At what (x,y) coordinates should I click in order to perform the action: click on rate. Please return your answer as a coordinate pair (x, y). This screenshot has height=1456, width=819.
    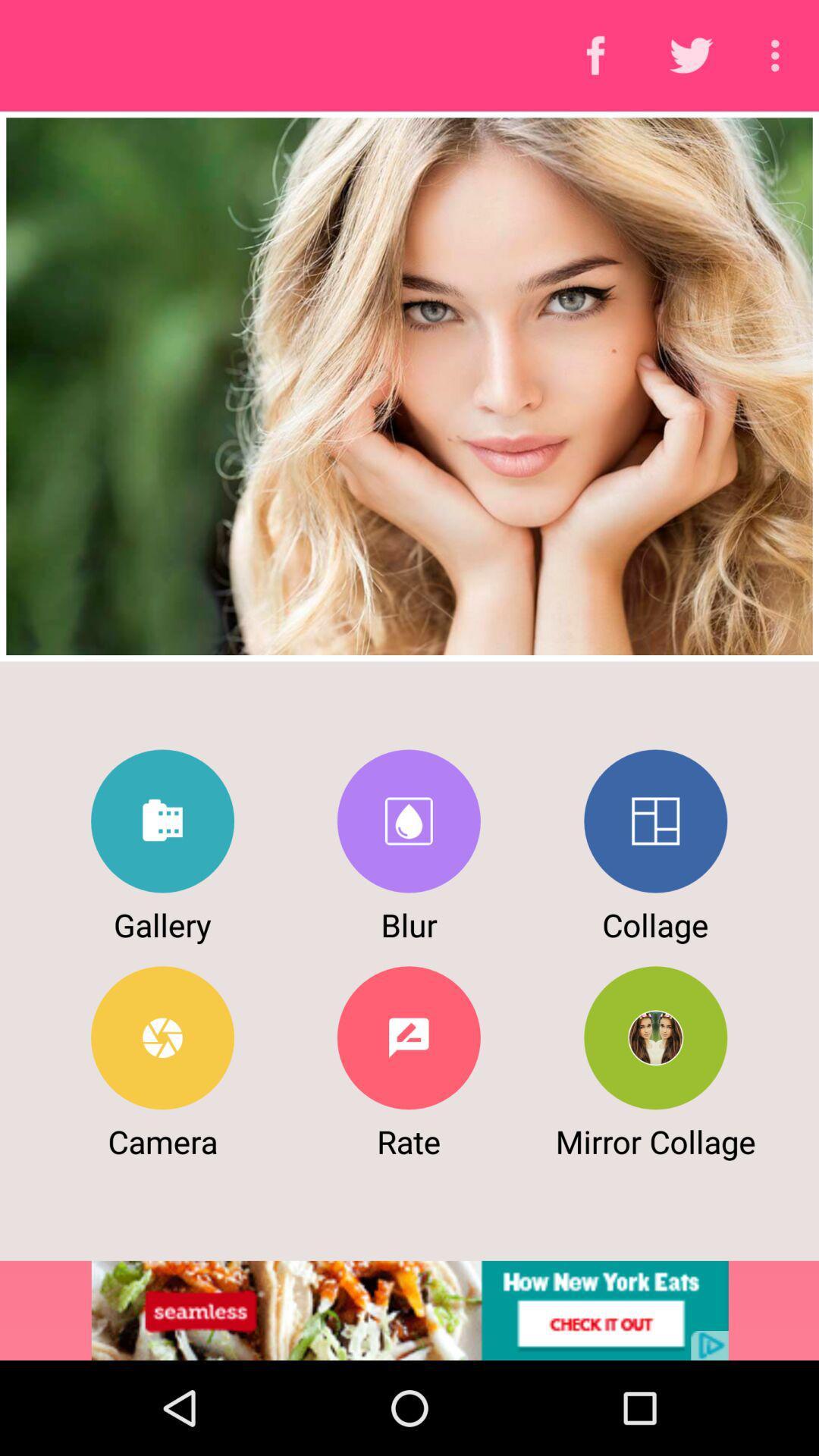
    Looking at the image, I should click on (408, 1037).